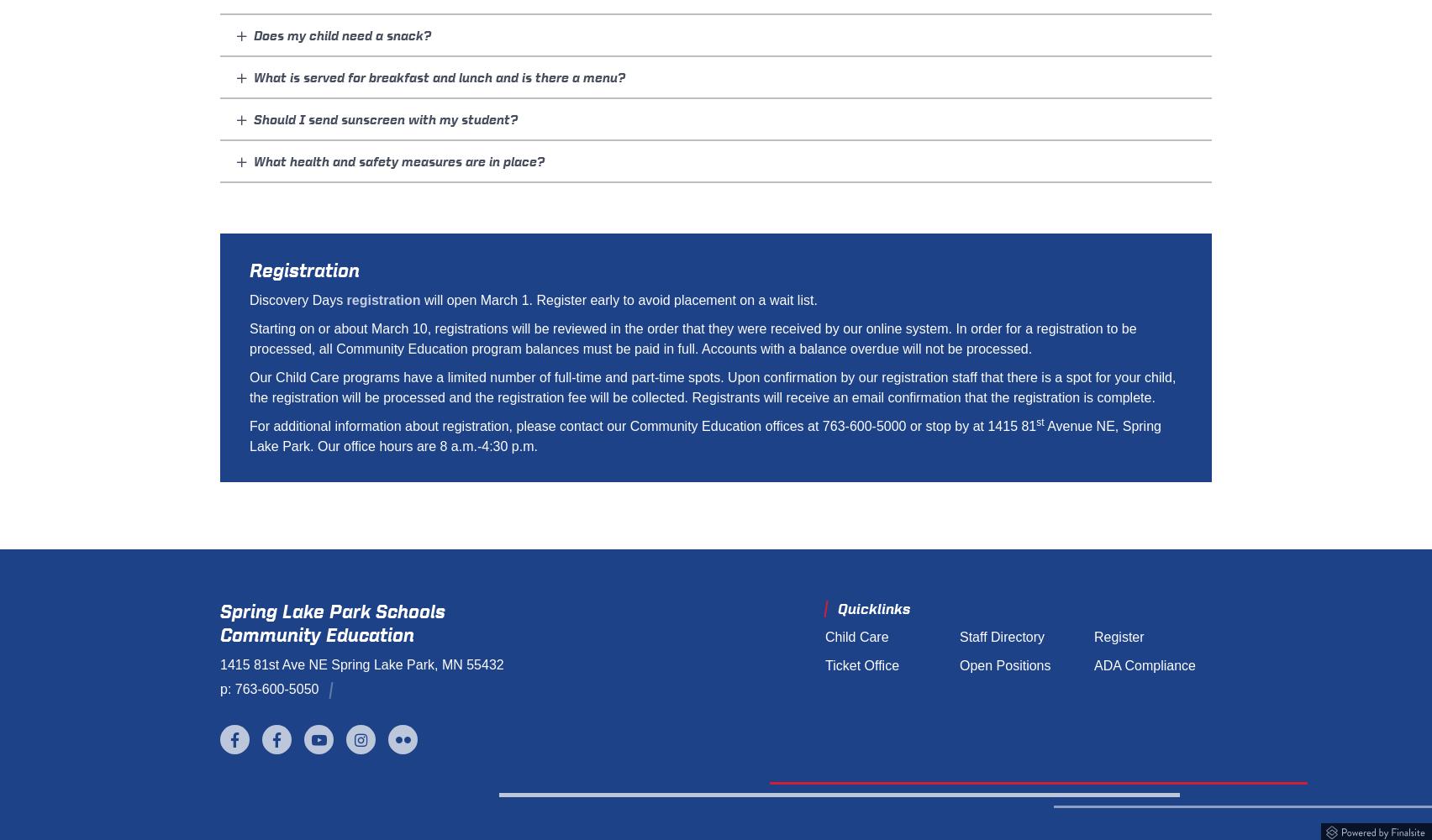  What do you see at coordinates (712, 386) in the screenshot?
I see `'Our Child Care programs have a limited number of full-time and part-time spots. Upon confirmation by our registration staff that there is a spot for your child, the registration will be processed and the registration fee will be collected. Registrants will receive an email confirmation that the registration is complete.'` at bounding box center [712, 386].